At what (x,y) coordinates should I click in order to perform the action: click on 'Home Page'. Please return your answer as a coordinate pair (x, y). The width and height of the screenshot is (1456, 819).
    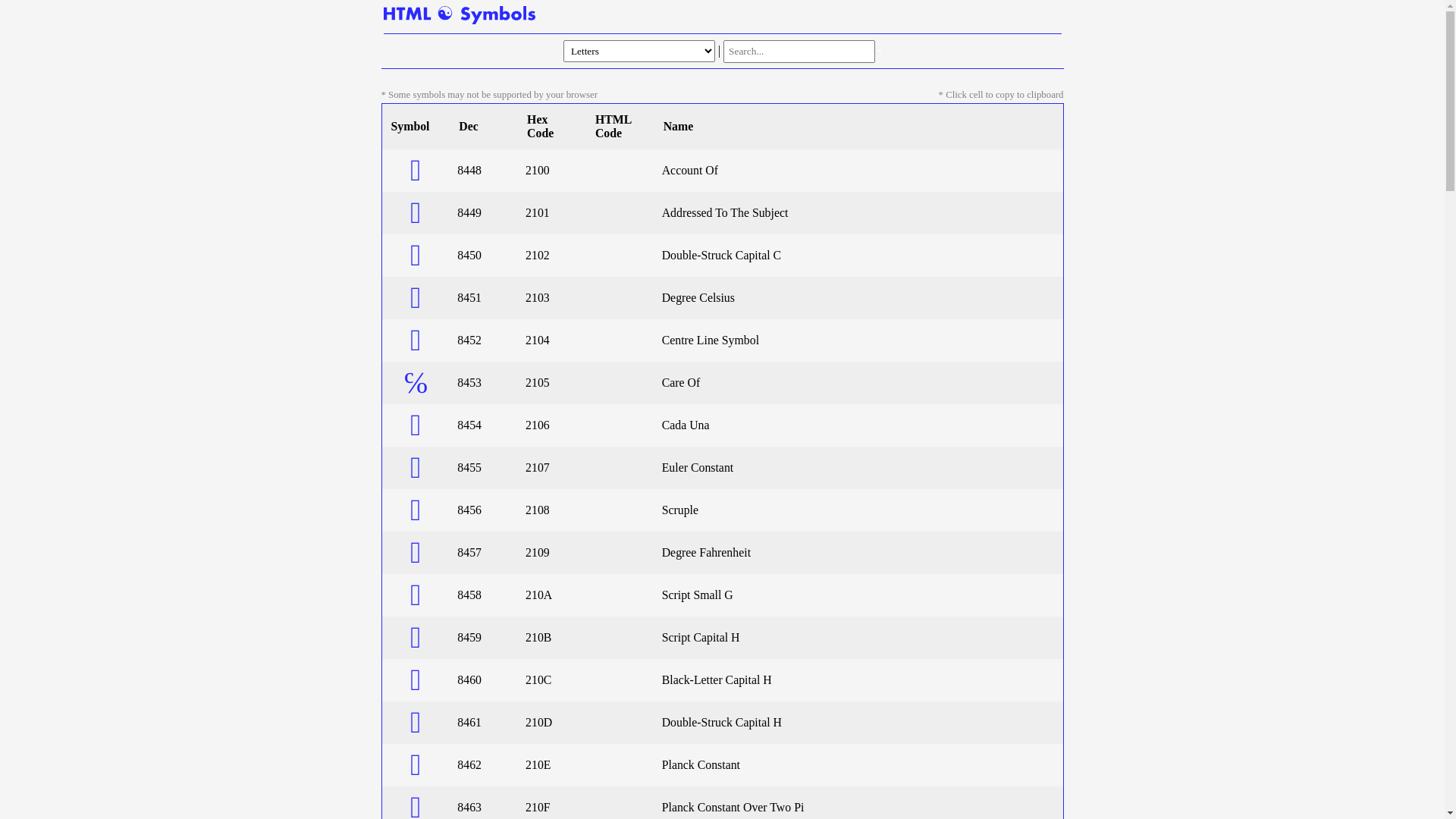
    Looking at the image, I should click on (383, 14).